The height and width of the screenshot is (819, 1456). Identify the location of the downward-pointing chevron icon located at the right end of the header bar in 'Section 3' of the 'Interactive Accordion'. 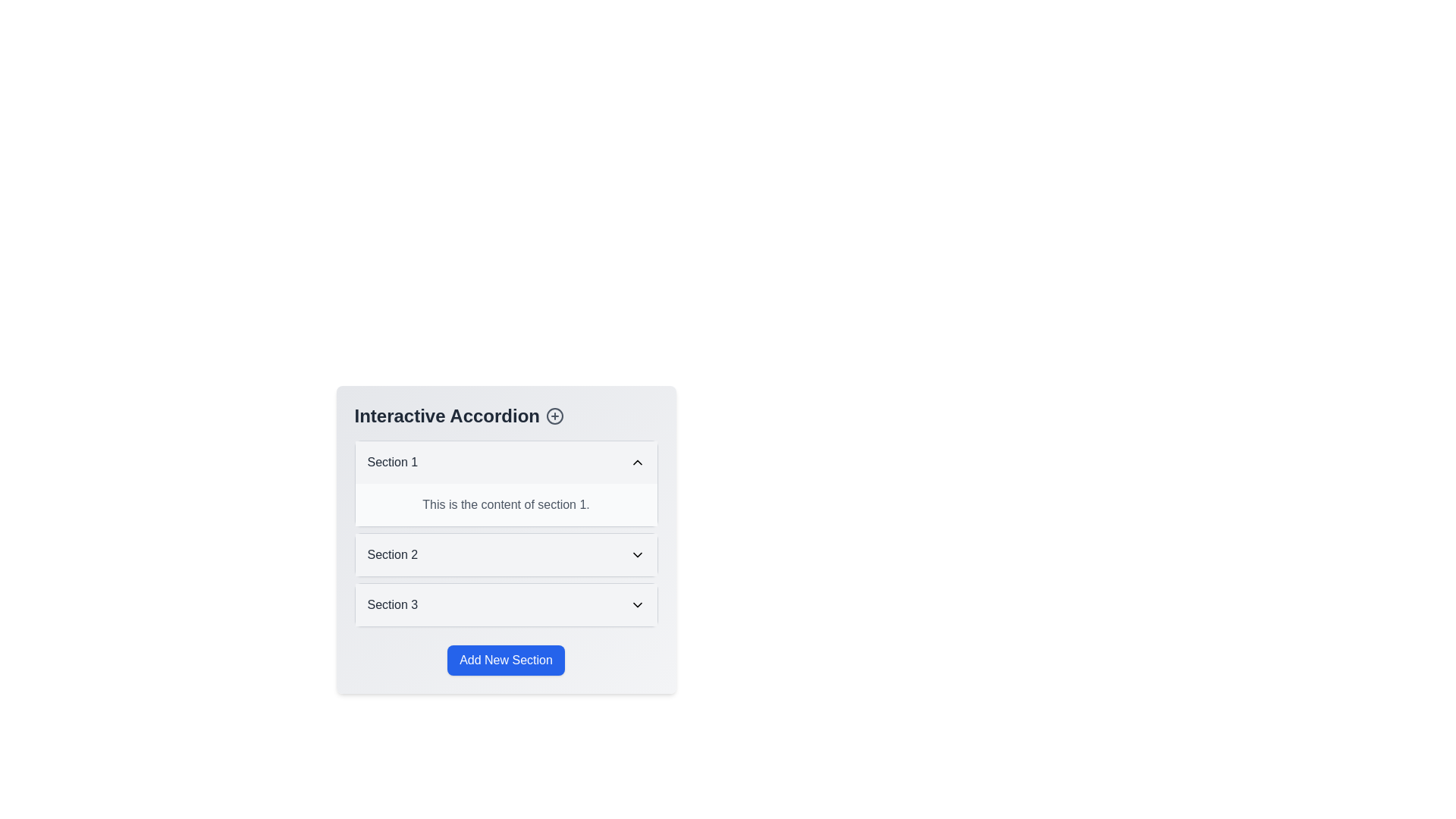
(637, 604).